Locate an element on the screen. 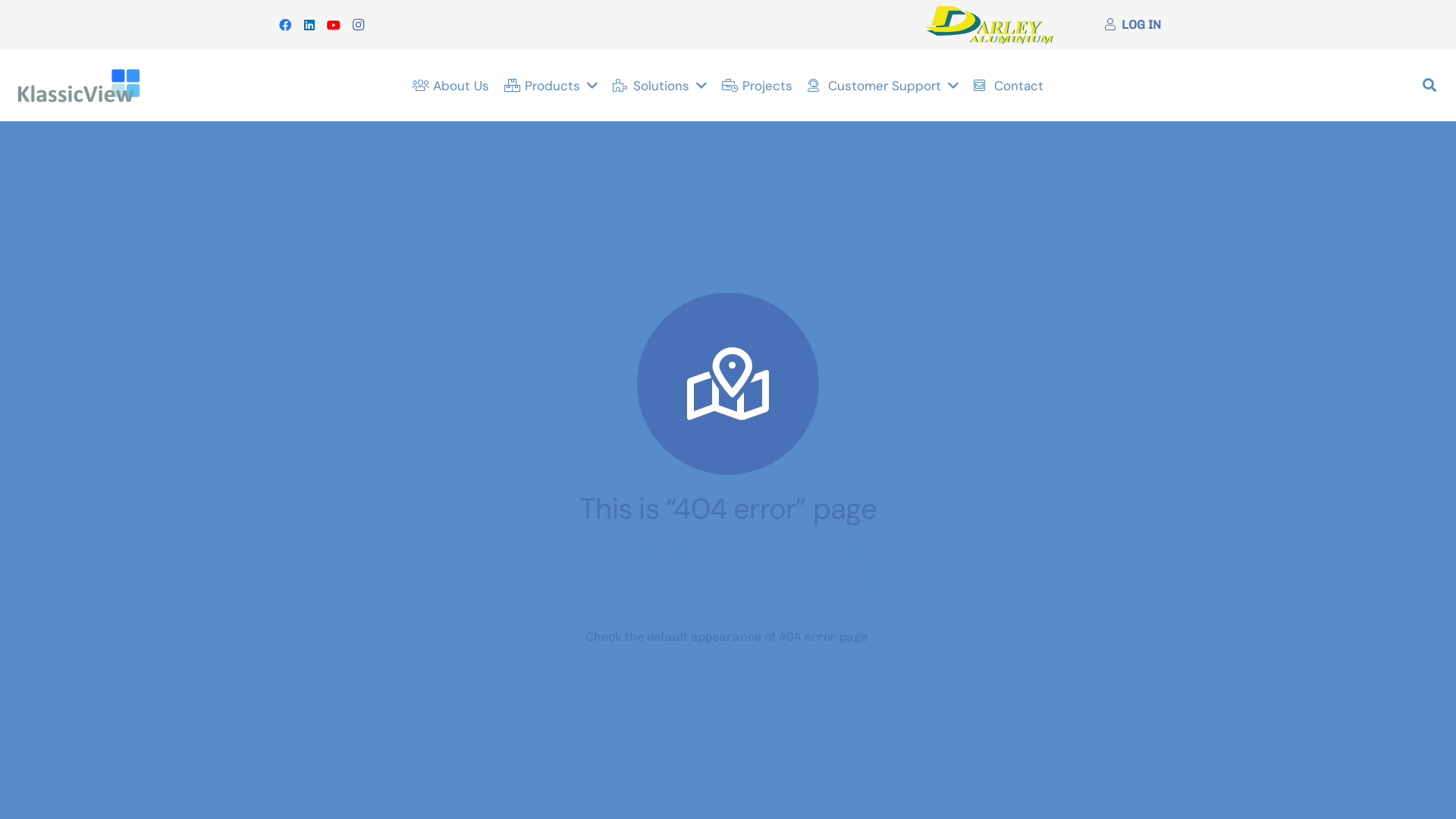 Image resolution: width=1456 pixels, height=819 pixels. 'YouTube' is located at coordinates (333, 24).